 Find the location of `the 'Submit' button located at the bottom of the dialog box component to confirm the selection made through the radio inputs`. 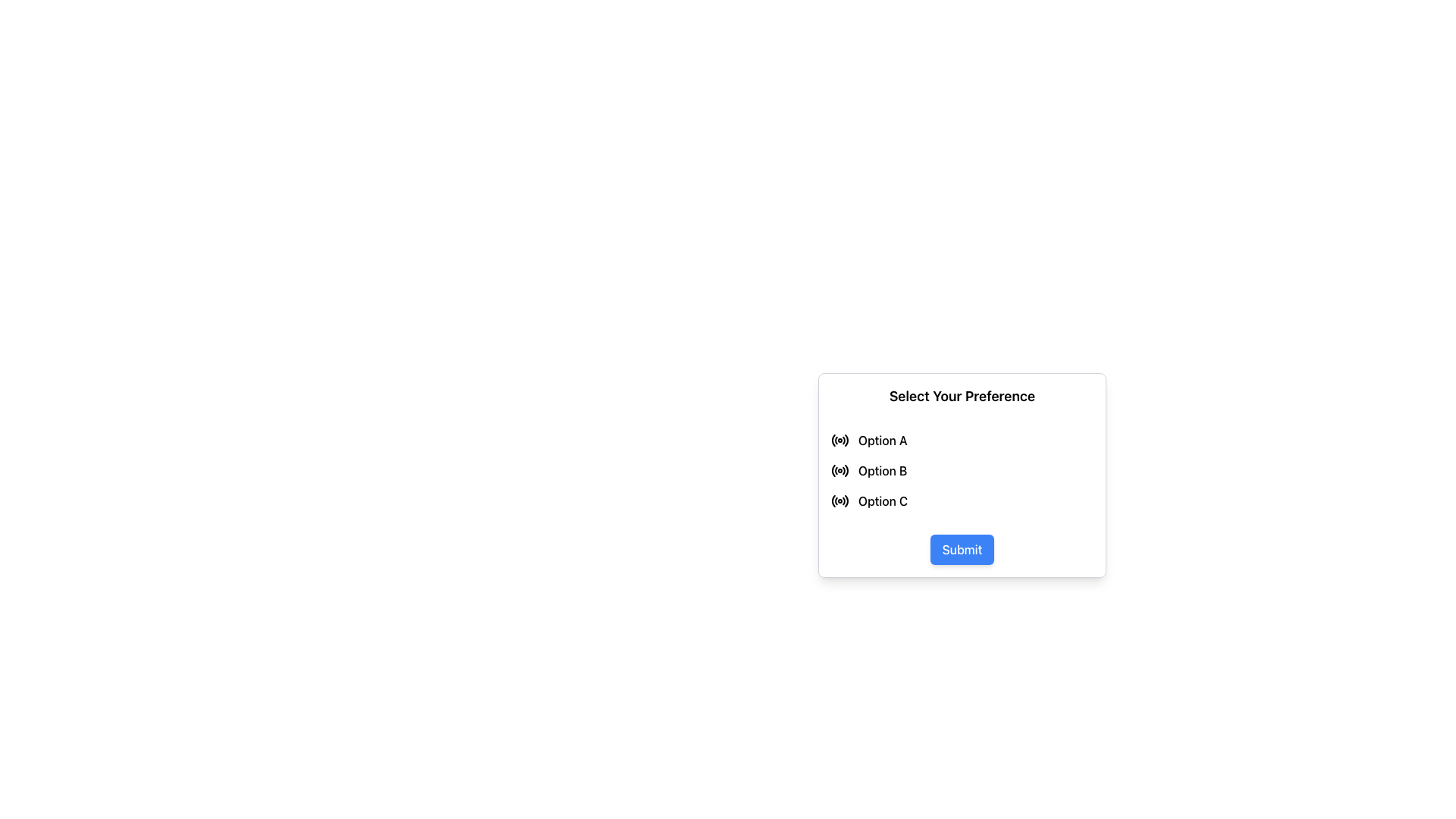

the 'Submit' button located at the bottom of the dialog box component to confirm the selection made through the radio inputs is located at coordinates (961, 556).